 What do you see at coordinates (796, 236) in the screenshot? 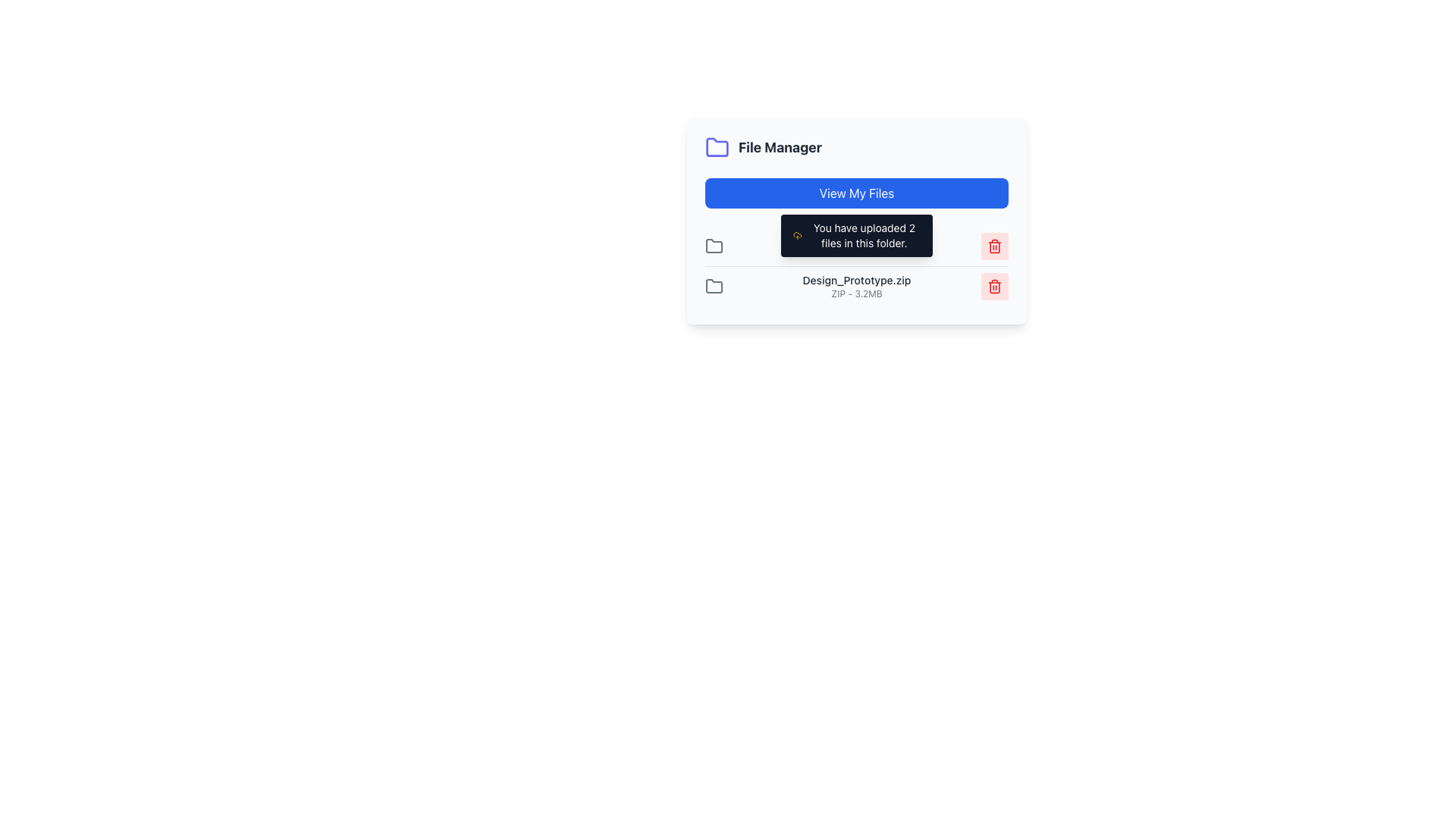
I see `the upload icon located to the left of the text 'You have uploaded 2 files in this folder.' in the upper half of the main card` at bounding box center [796, 236].